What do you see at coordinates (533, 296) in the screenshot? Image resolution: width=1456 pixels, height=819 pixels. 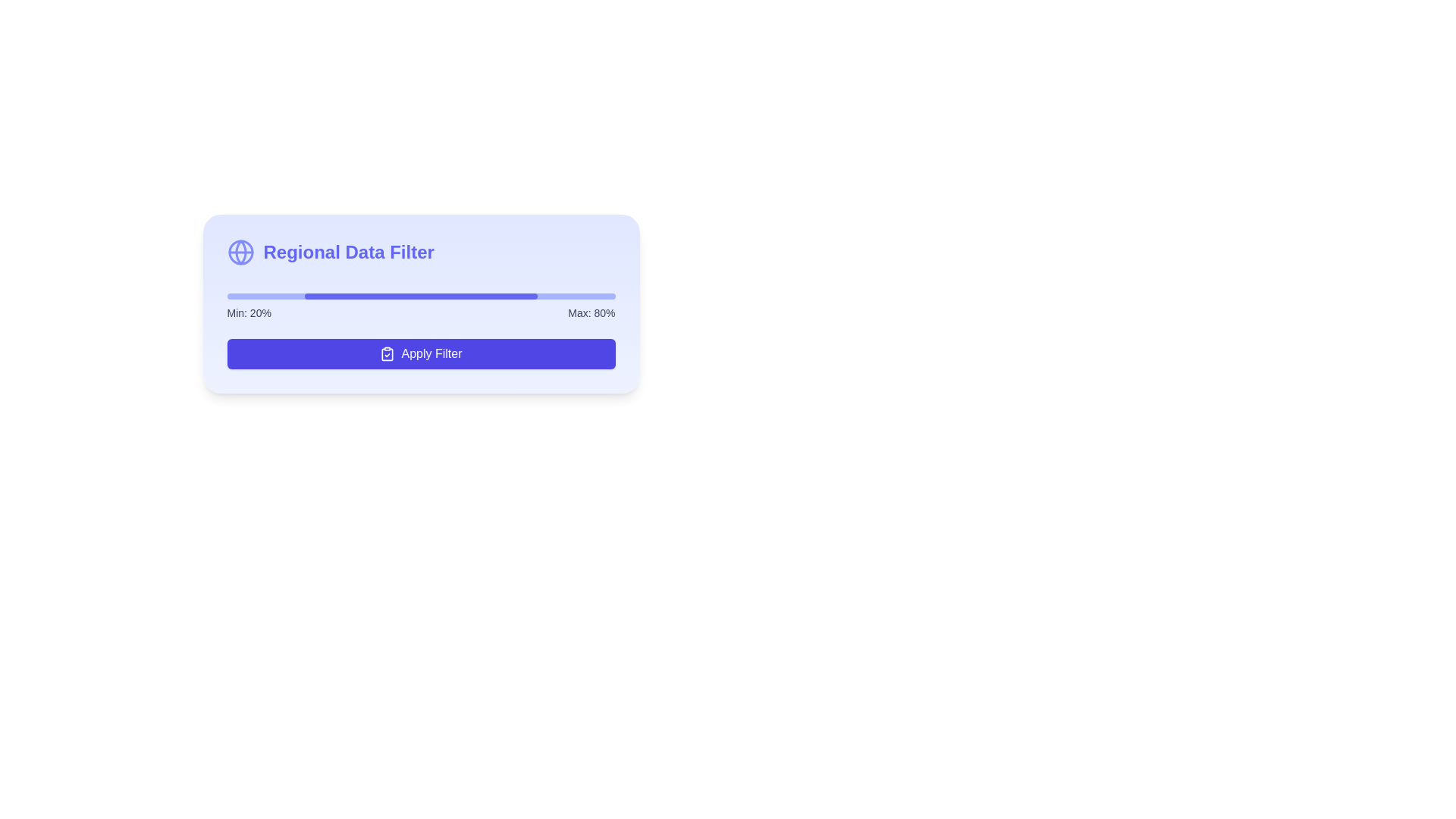 I see `the filter value` at bounding box center [533, 296].